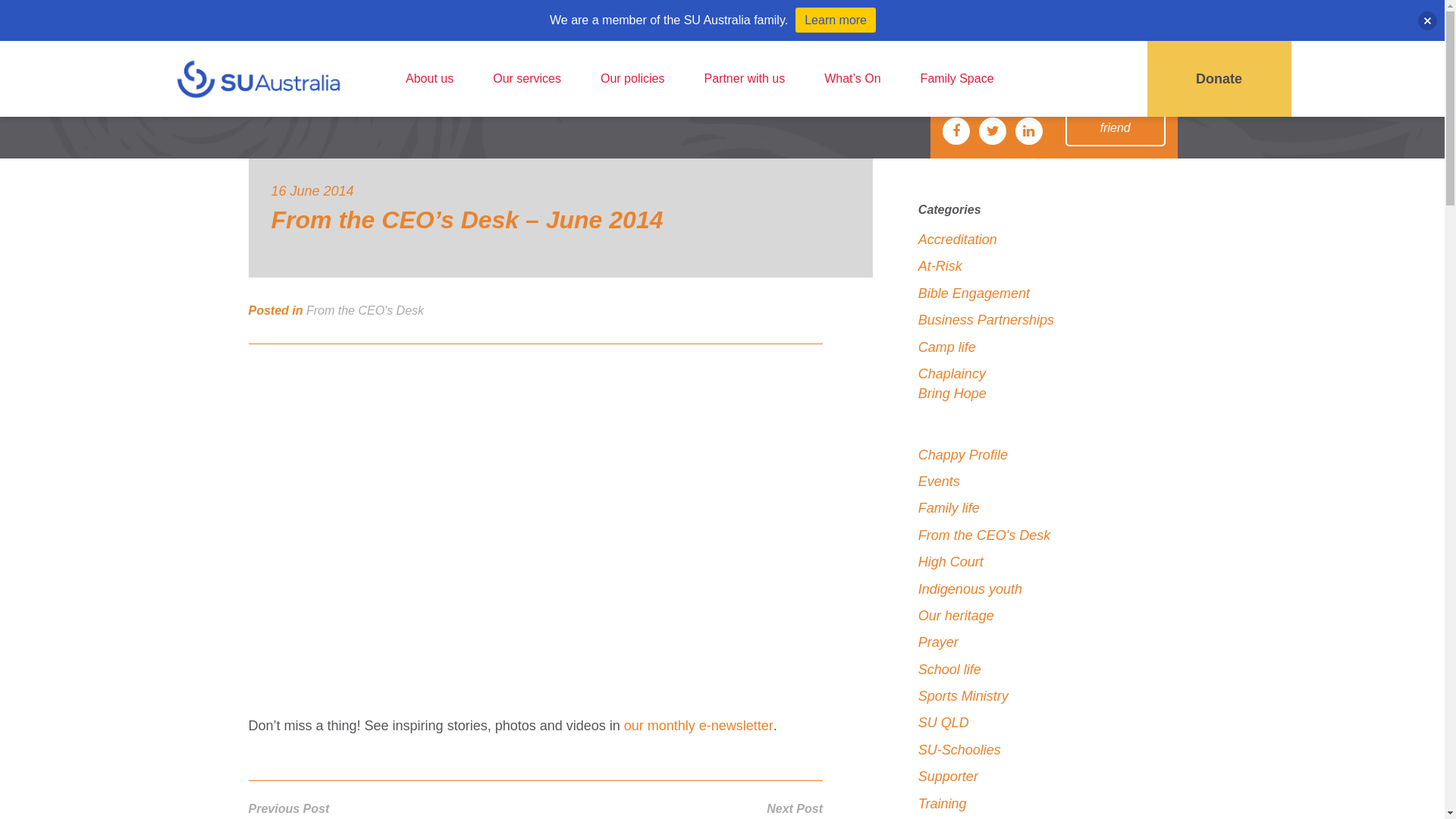  Describe the element at coordinates (948, 508) in the screenshot. I see `'Family life'` at that location.